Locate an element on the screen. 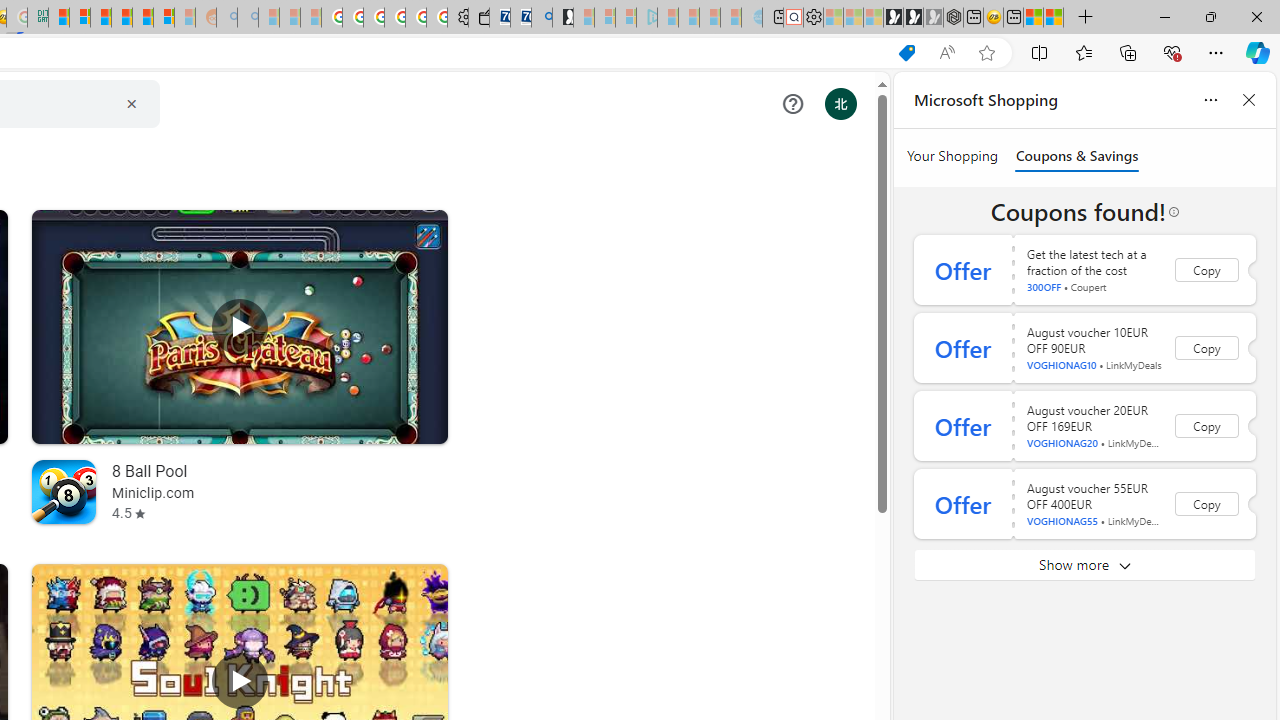 The image size is (1280, 720). 'Play Soul Knight' is located at coordinates (240, 680).